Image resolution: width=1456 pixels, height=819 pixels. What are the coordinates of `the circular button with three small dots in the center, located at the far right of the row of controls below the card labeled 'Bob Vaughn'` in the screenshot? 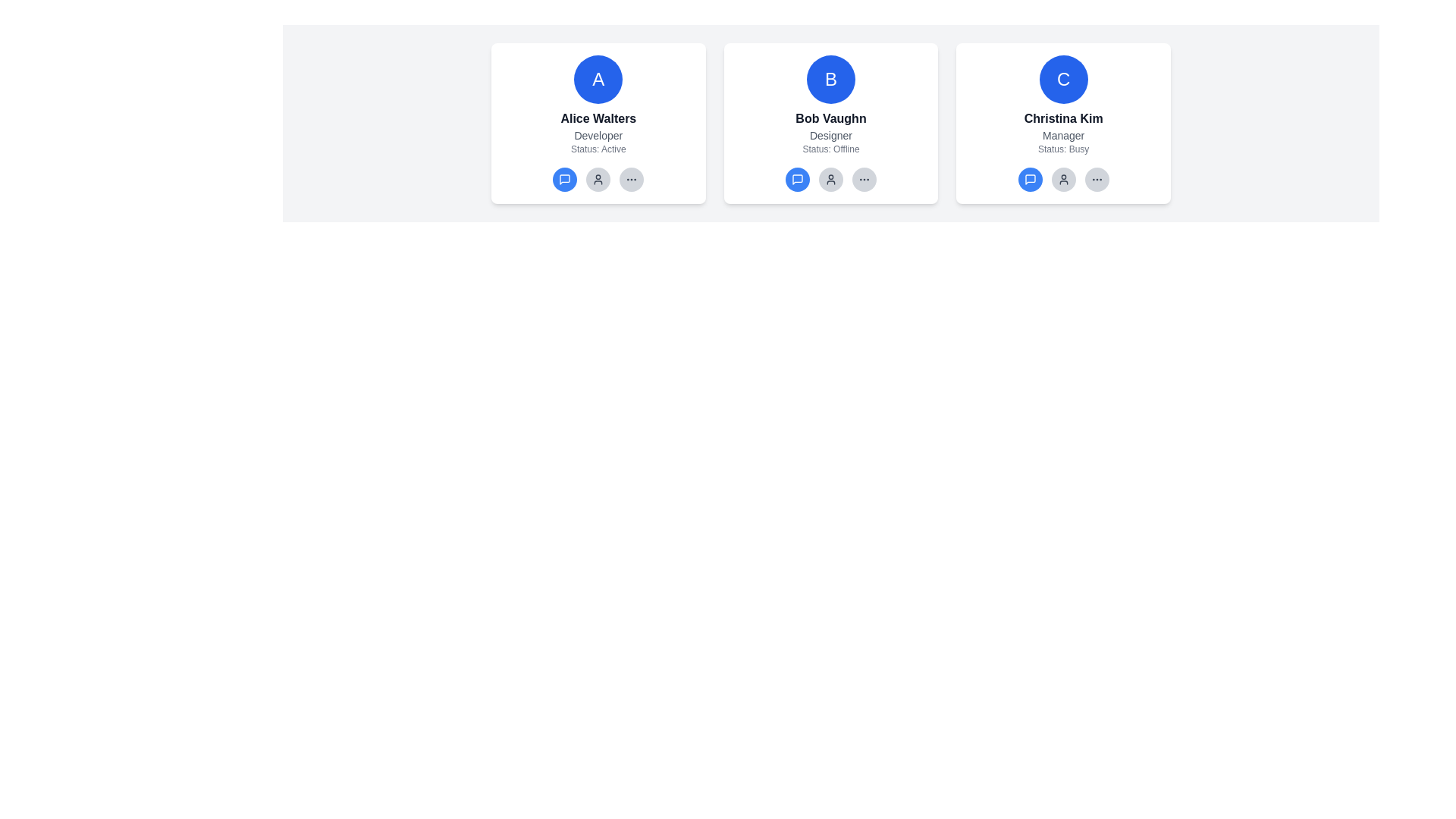 It's located at (864, 178).